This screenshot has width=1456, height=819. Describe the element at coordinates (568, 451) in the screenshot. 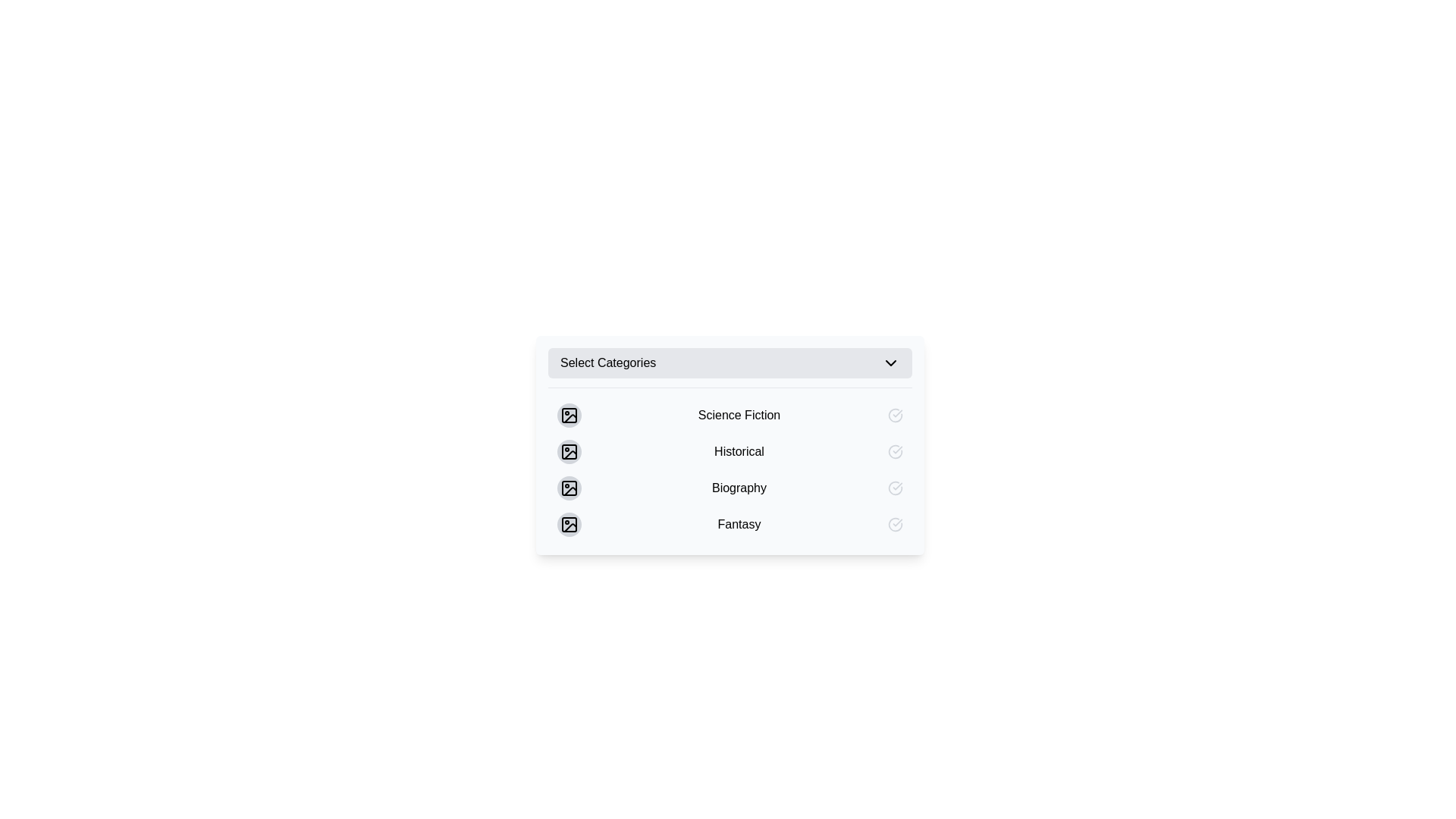

I see `the second icon in the vertical list of four icons on the left side of the category selection dropdown, which resembles a picture frame with a rounded border and a diagonal line indicating the absence of an image` at that location.